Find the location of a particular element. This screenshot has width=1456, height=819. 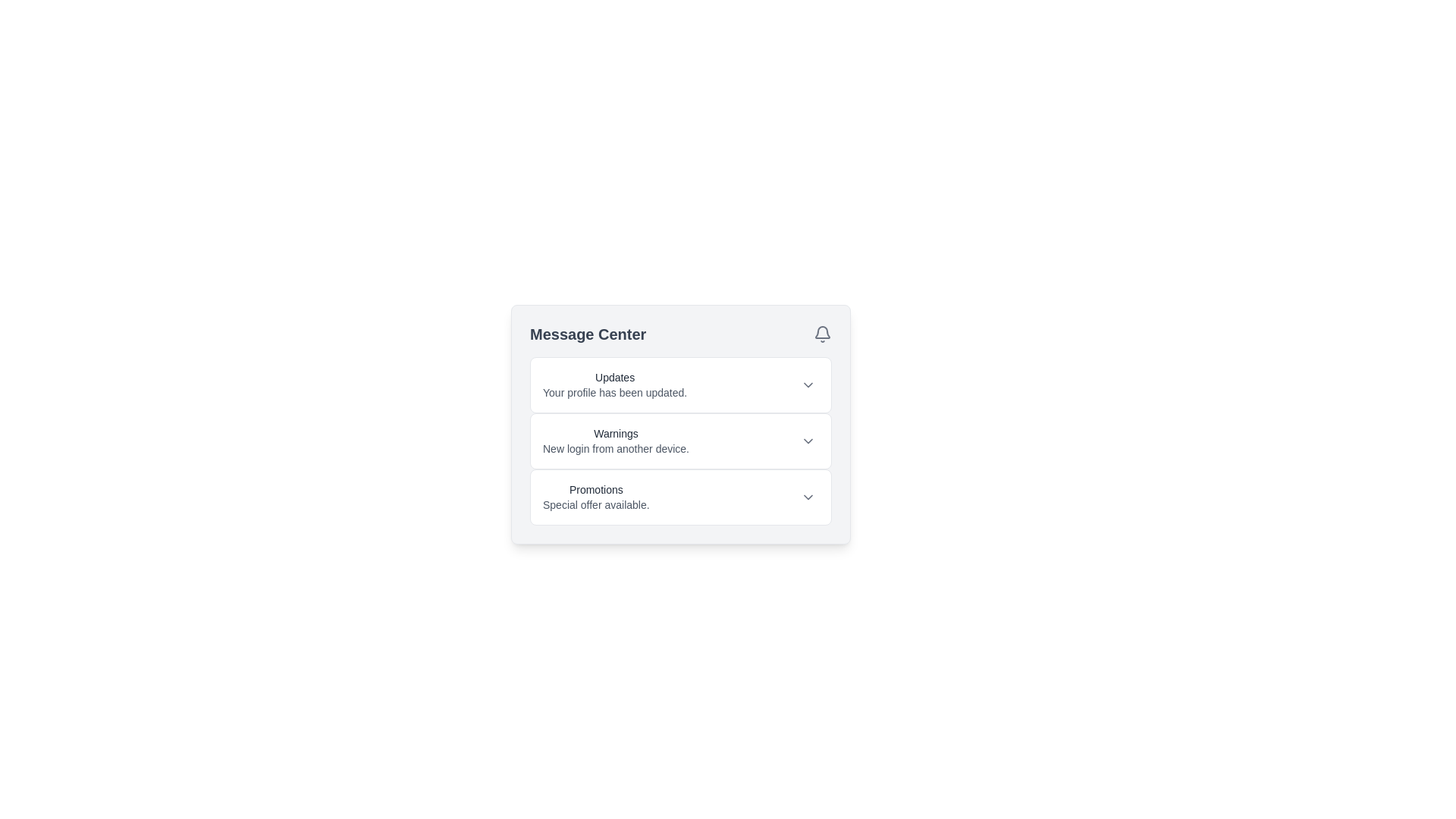

the chevron icon located to the right of the text 'Your profile has been updated' in the 'Updates' section of the Message Center is located at coordinates (807, 384).